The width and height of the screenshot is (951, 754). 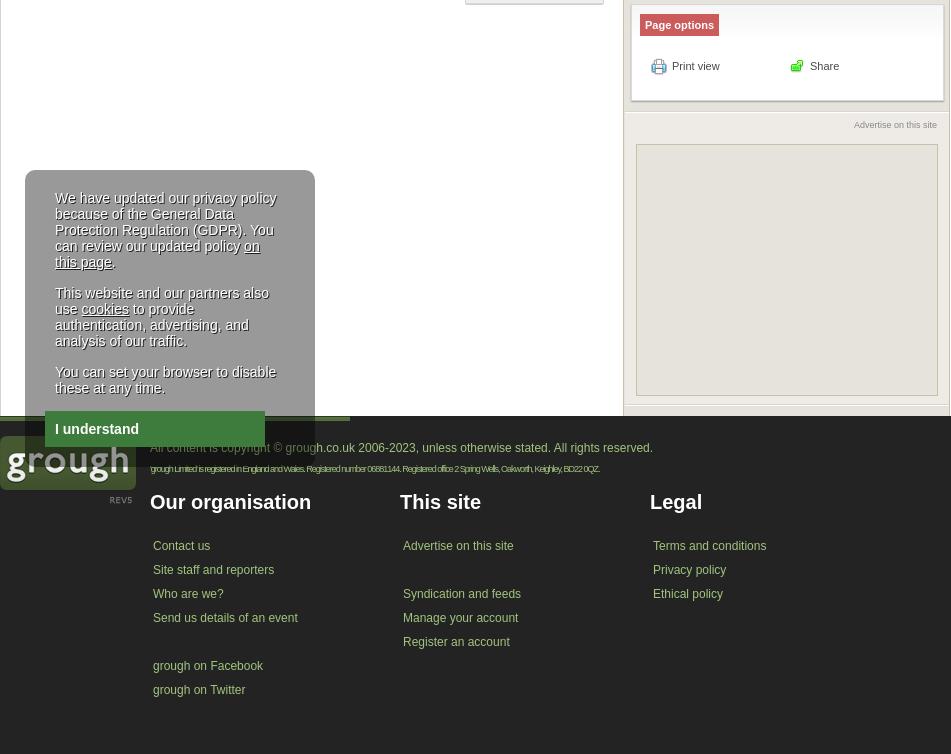 I want to click on 'This website and our partners also use', so click(x=54, y=299).